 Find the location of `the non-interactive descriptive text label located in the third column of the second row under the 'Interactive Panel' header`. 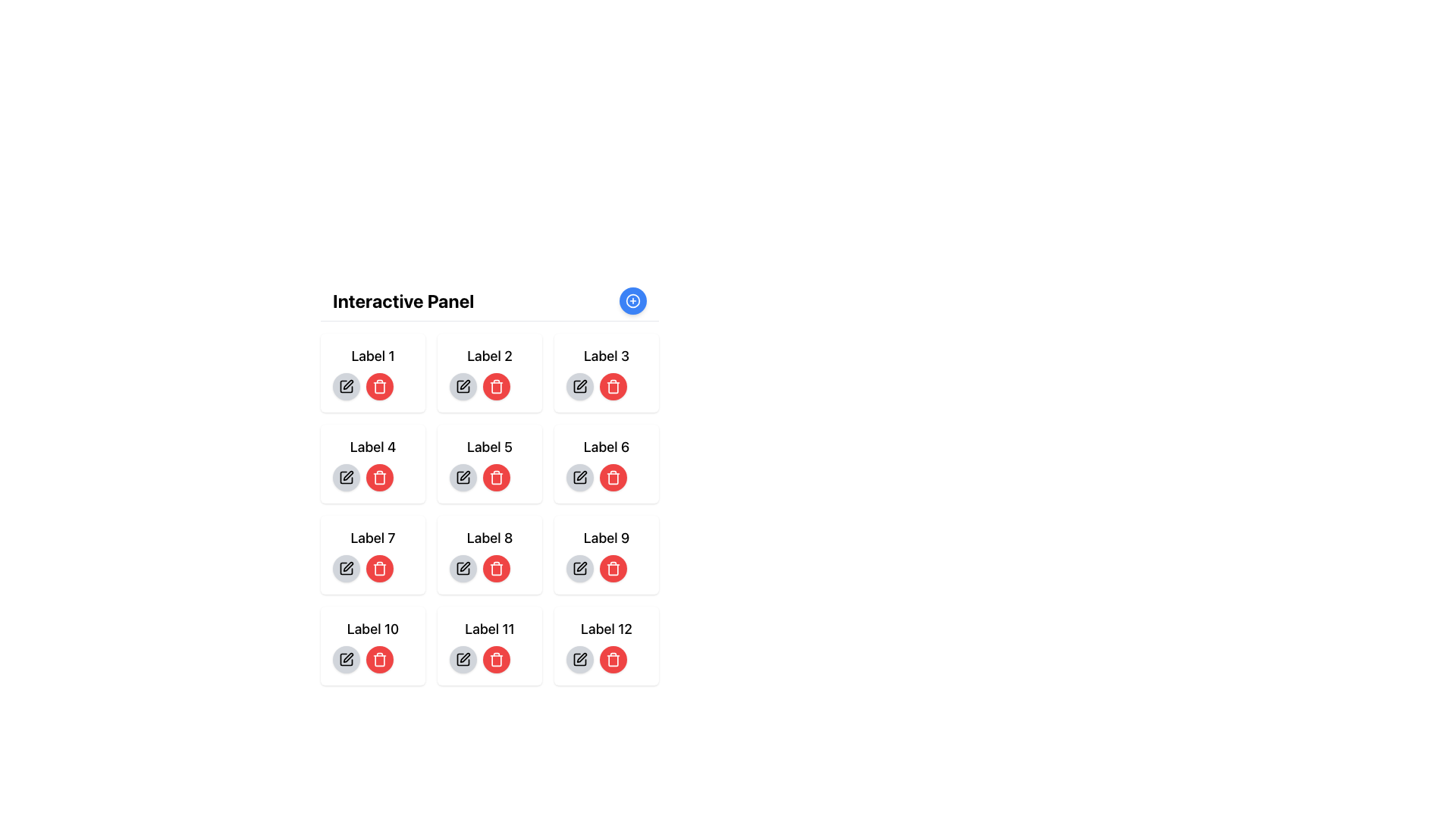

the non-interactive descriptive text label located in the third column of the second row under the 'Interactive Panel' header is located at coordinates (607, 447).